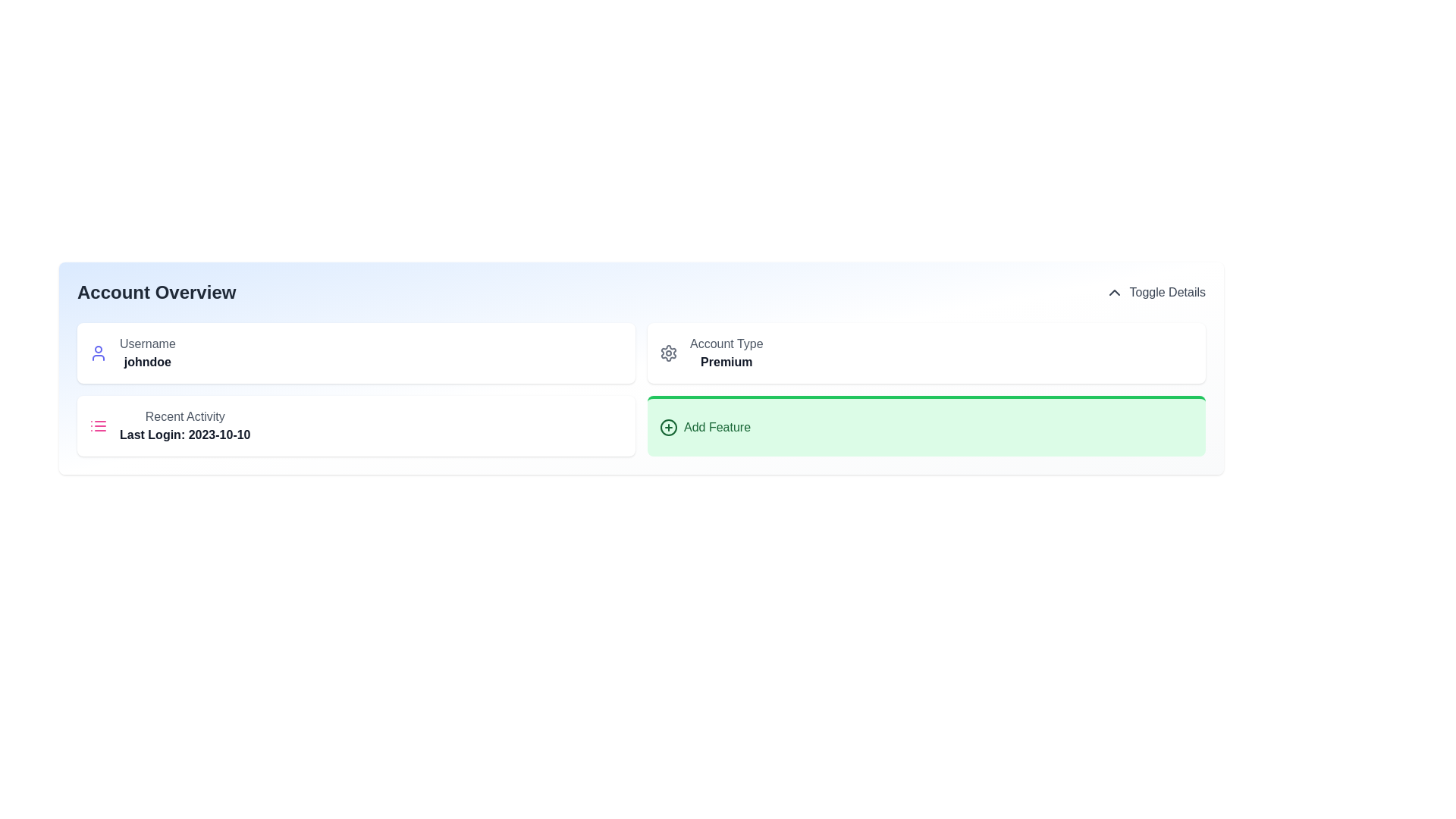 The width and height of the screenshot is (1456, 819). Describe the element at coordinates (184, 417) in the screenshot. I see `the 'Recent Activity' text label, which is styled in medium gray font and positioned above the 'Last Login' text within the 'Account Overview' panel` at that location.